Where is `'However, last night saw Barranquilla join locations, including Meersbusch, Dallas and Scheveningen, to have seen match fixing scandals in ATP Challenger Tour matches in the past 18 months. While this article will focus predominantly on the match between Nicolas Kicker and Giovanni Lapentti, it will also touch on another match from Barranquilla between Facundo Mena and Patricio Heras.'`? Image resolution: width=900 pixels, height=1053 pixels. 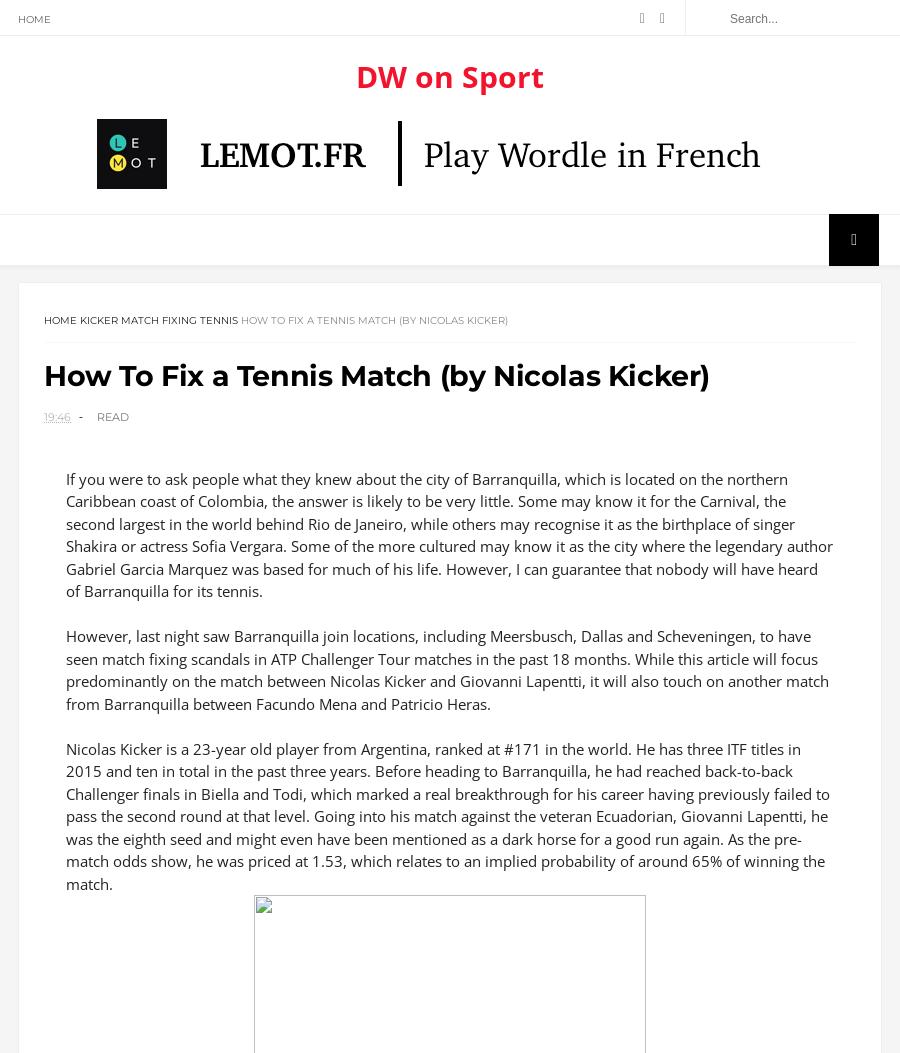
'However, last night saw Barranquilla join locations, including Meersbusch, Dallas and Scheveningen, to have seen match fixing scandals in ATP Challenger Tour matches in the past 18 months. While this article will focus predominantly on the match between Nicolas Kicker and Giovanni Lapentti, it will also touch on another match from Barranquilla between Facundo Mena and Patricio Heras.' is located at coordinates (64, 677).